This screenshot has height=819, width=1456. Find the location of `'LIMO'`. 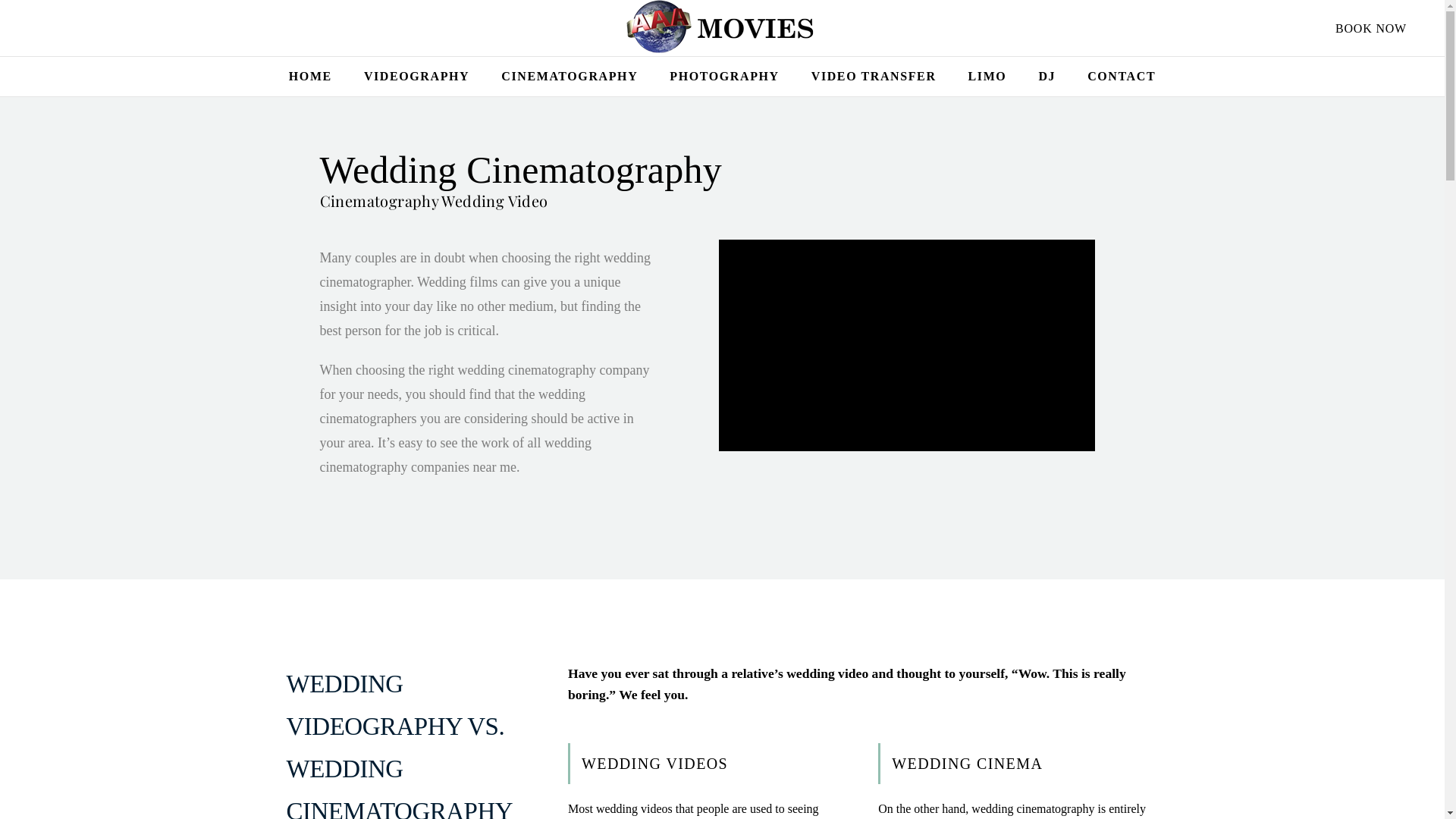

'LIMO' is located at coordinates (987, 76).